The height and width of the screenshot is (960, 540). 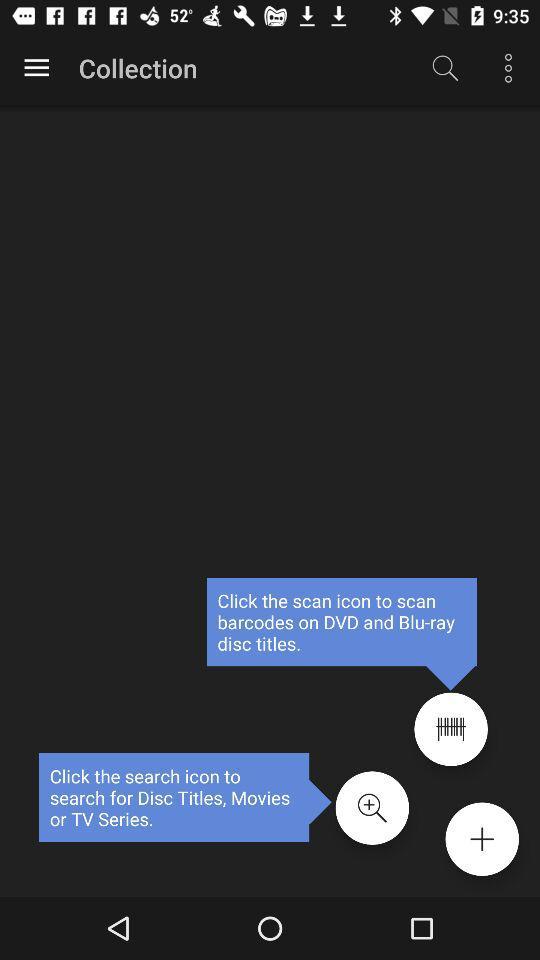 What do you see at coordinates (372, 808) in the screenshot?
I see `zoon in` at bounding box center [372, 808].